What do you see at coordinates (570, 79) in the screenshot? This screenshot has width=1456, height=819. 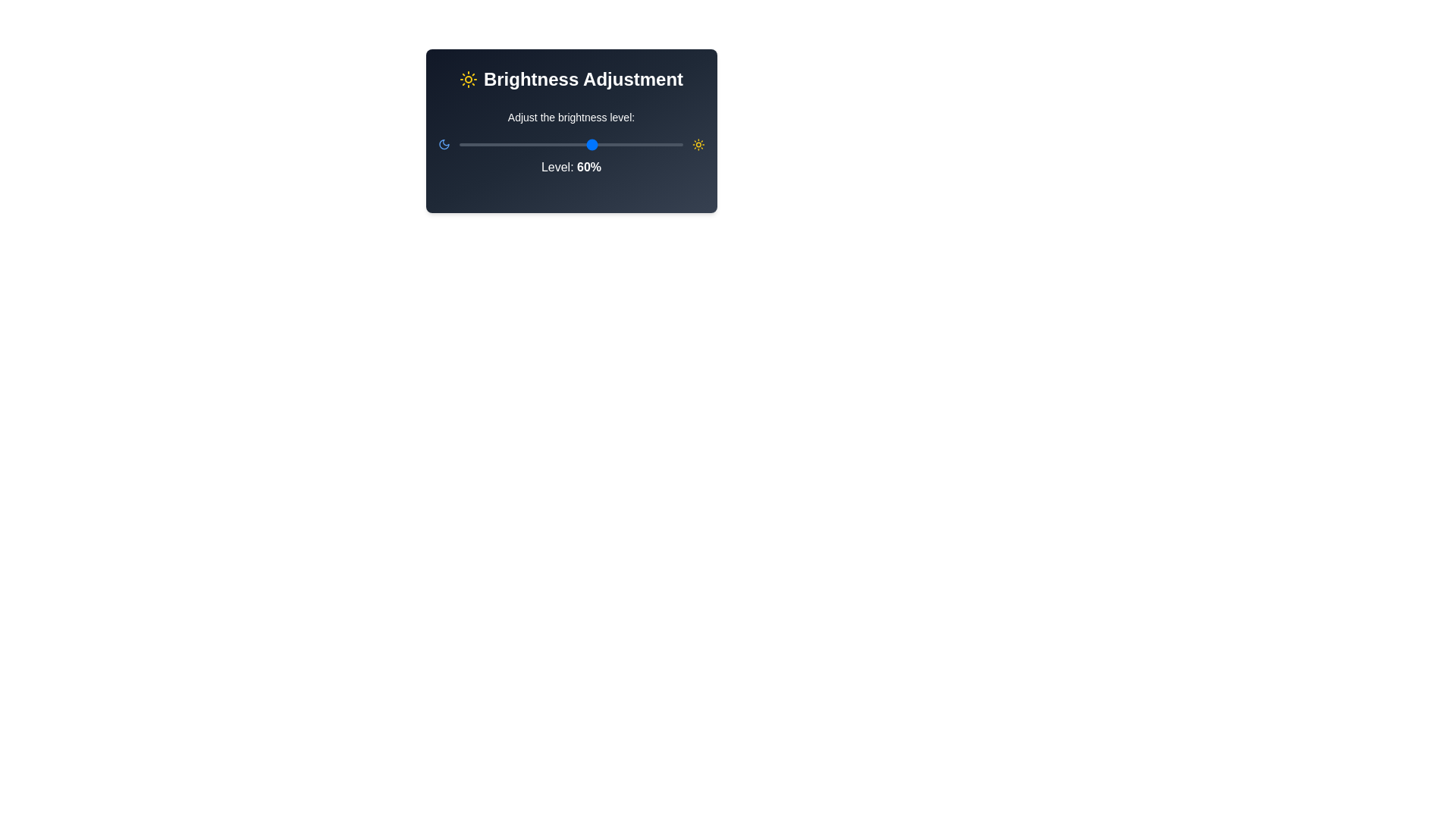 I see `the brightness adjustment title label located at the top-center of the card interface` at bounding box center [570, 79].